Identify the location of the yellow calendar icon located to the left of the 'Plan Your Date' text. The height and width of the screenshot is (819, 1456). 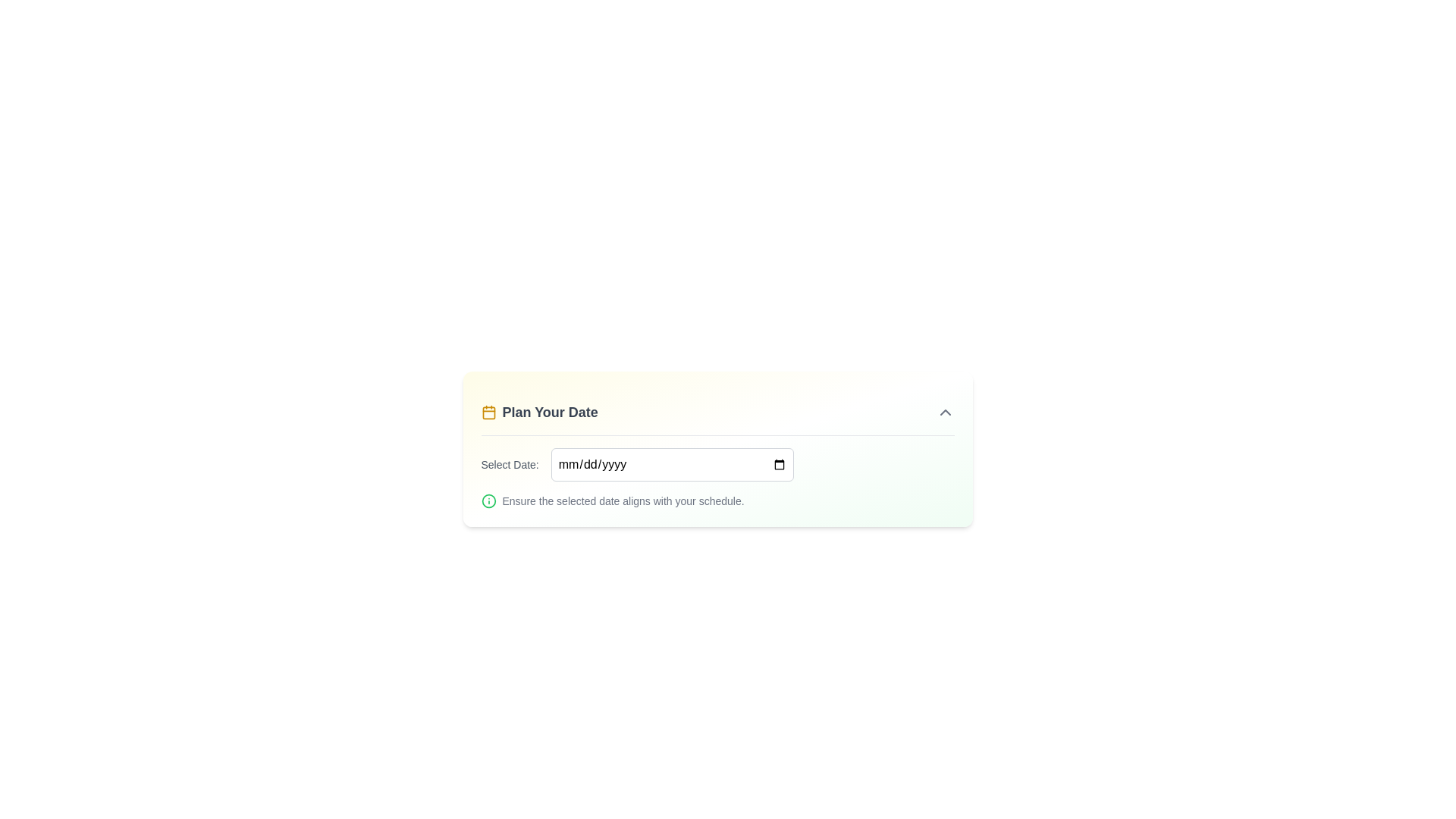
(488, 412).